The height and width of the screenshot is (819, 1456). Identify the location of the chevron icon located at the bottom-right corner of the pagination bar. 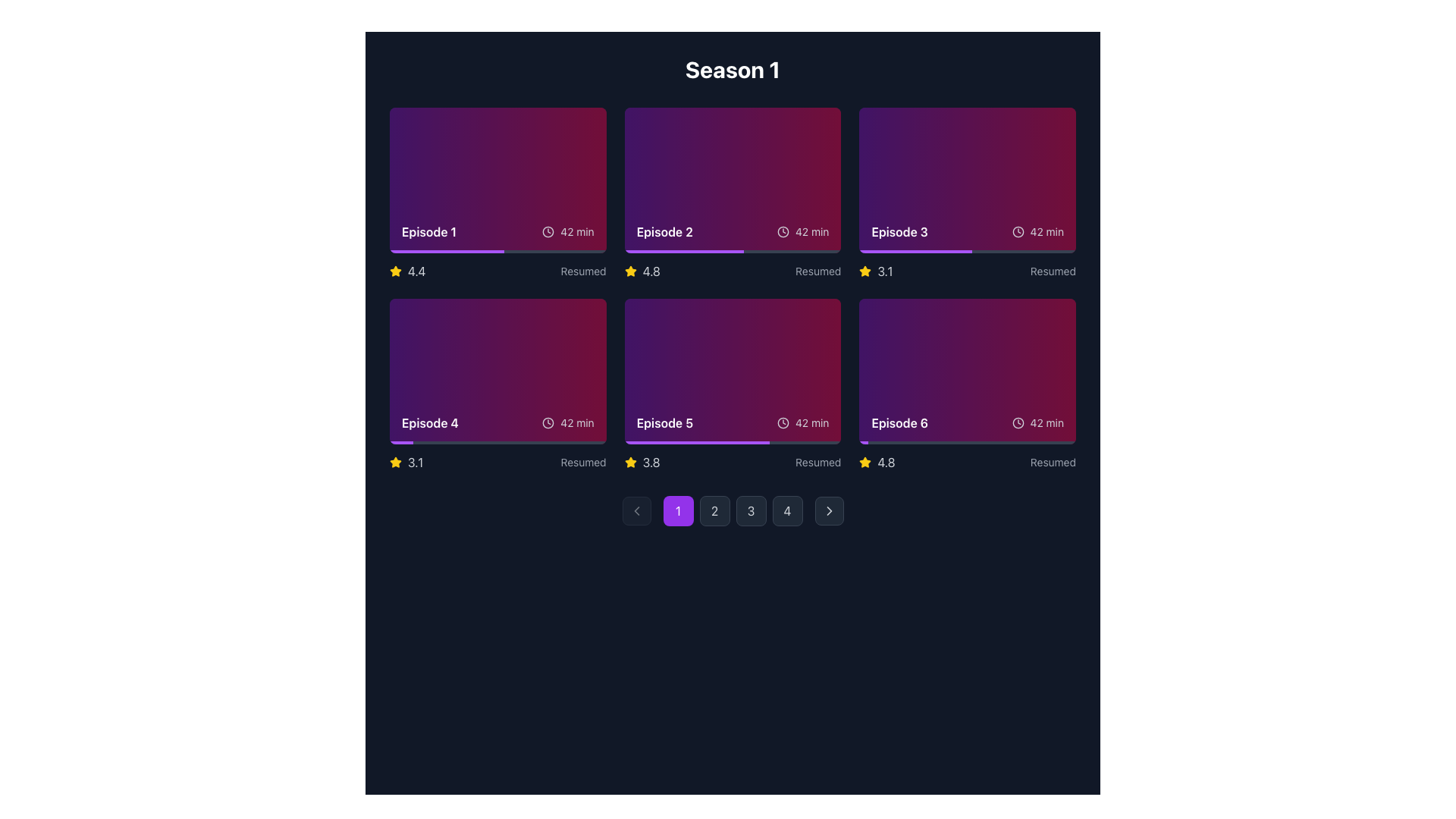
(828, 511).